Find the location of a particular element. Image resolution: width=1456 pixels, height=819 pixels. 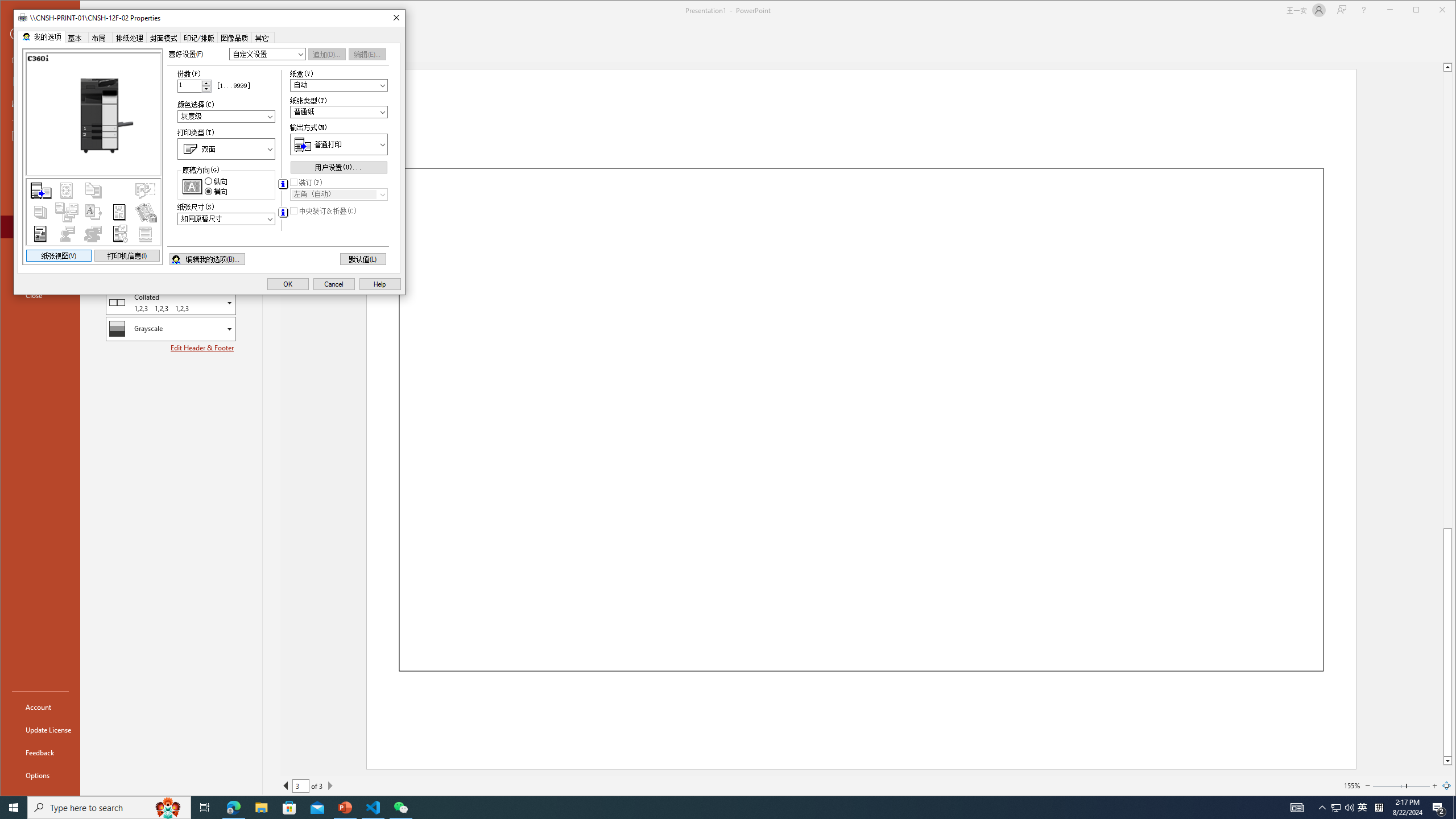

'Account' is located at coordinates (39, 706).